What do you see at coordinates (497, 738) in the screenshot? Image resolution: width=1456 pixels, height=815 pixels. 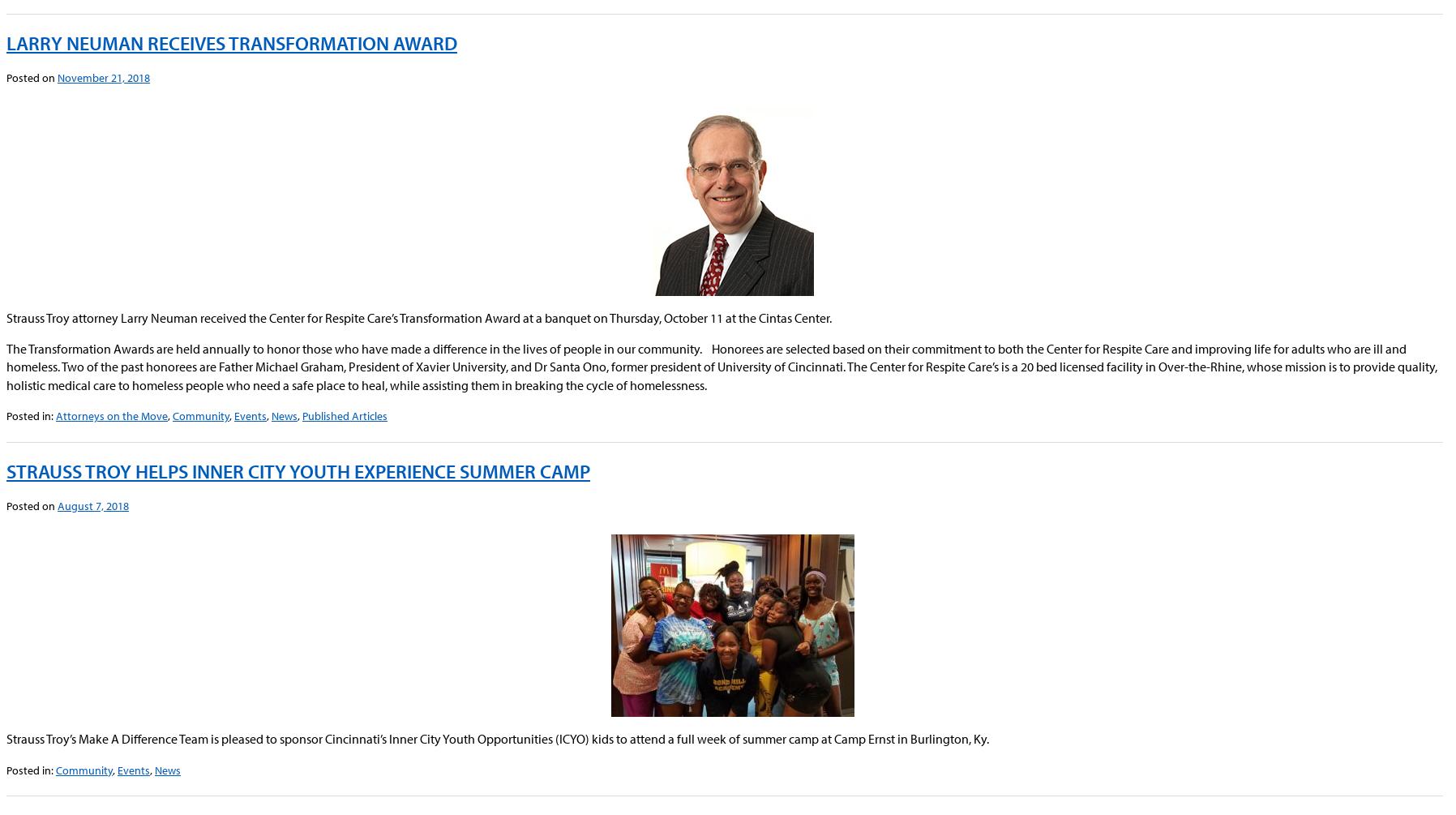 I see `'Strauss Troy’s Make A Difference Team is pleased to sponsor Cincinnati’s Inner City Youth Opportunities (ICYO) kids to attend a full week of summer camp at Camp Ernst in Burlington, Ky.'` at bounding box center [497, 738].